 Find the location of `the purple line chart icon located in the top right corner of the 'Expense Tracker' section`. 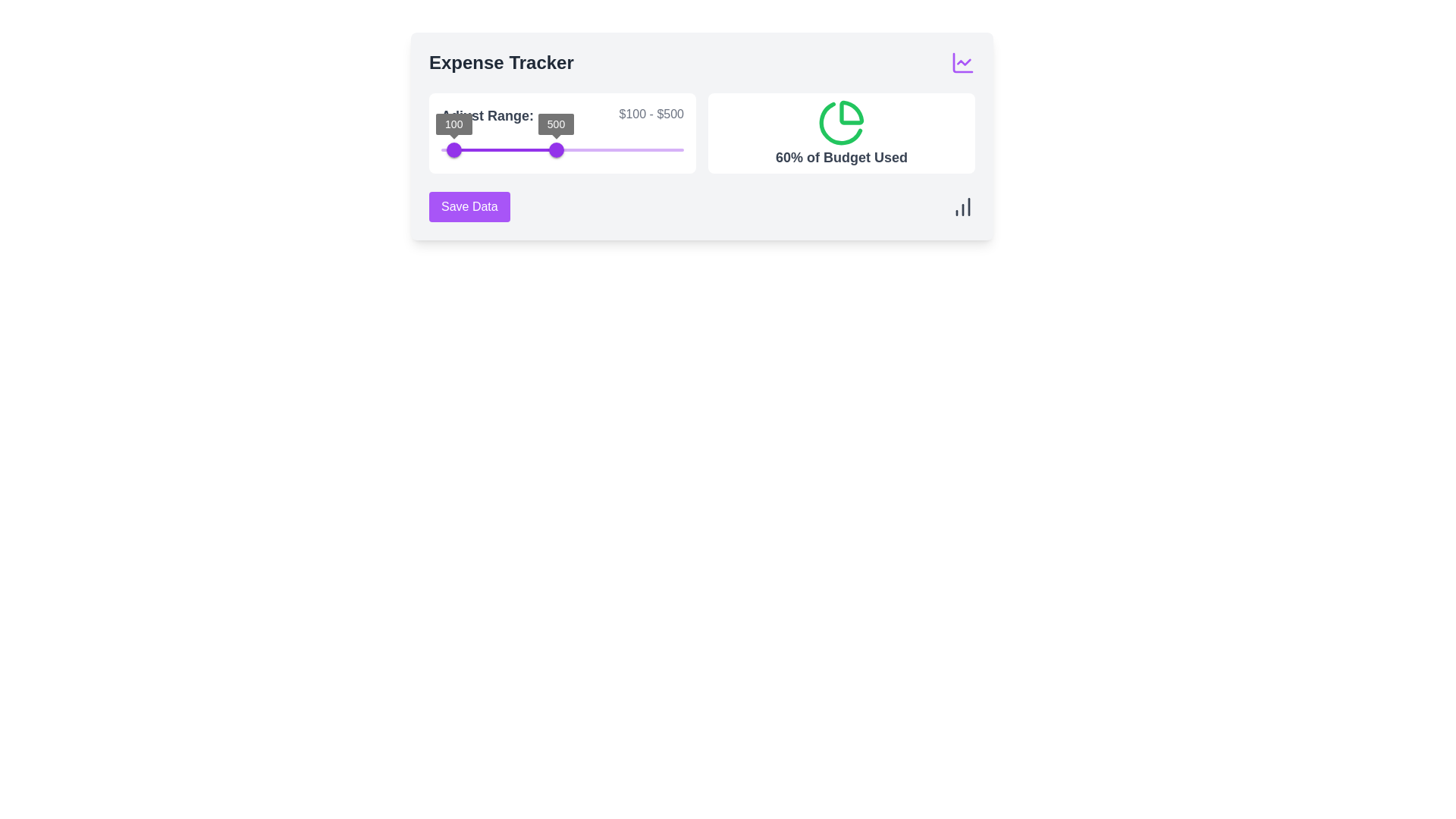

the purple line chart icon located in the top right corner of the 'Expense Tracker' section is located at coordinates (962, 62).